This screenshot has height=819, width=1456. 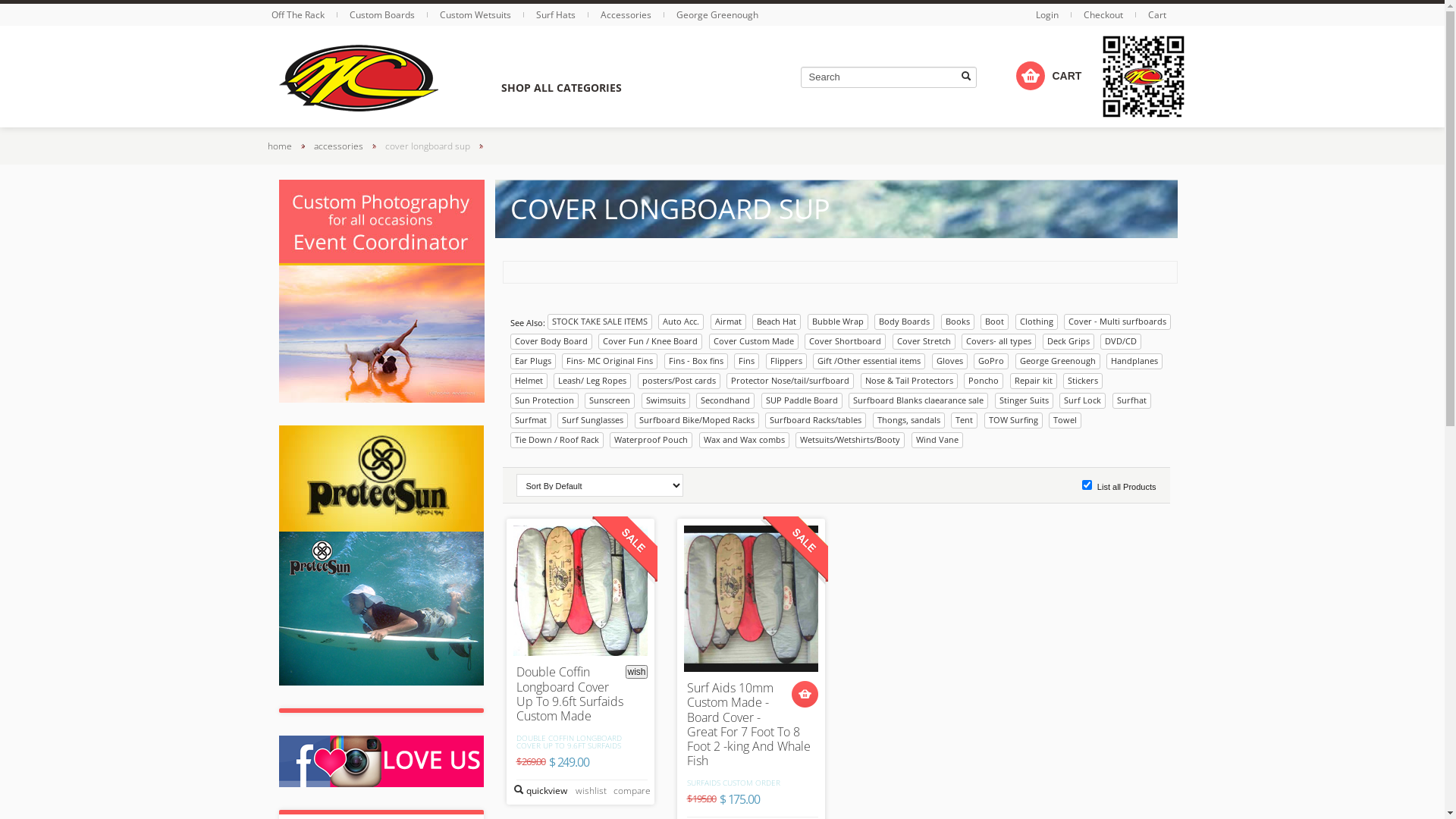 I want to click on 'Surfboard Racks/tables', so click(x=814, y=420).